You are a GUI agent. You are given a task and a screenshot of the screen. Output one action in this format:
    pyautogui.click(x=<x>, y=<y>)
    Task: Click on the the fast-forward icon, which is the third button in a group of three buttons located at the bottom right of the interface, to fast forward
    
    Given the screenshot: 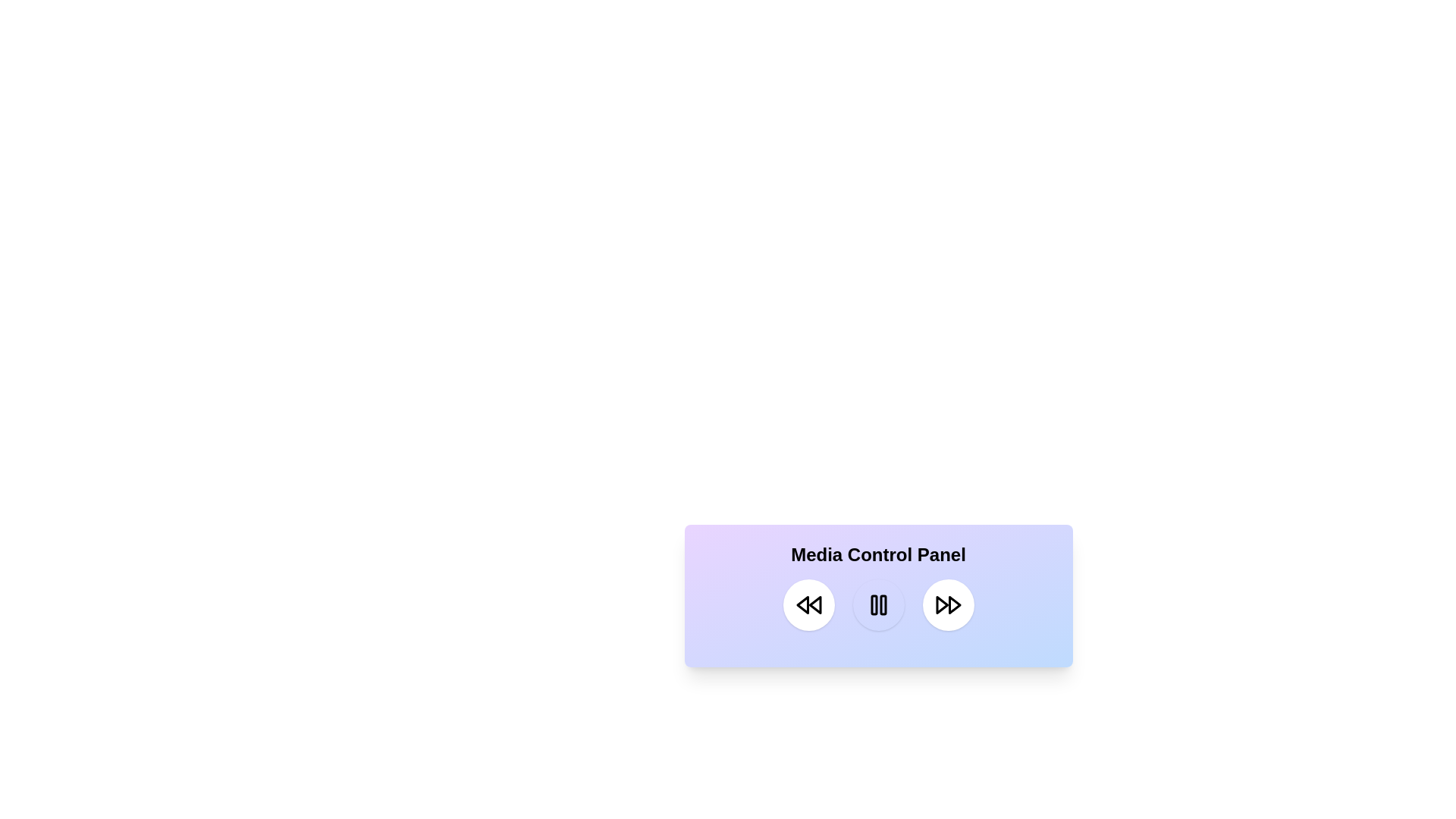 What is the action you would take?
    pyautogui.click(x=947, y=604)
    